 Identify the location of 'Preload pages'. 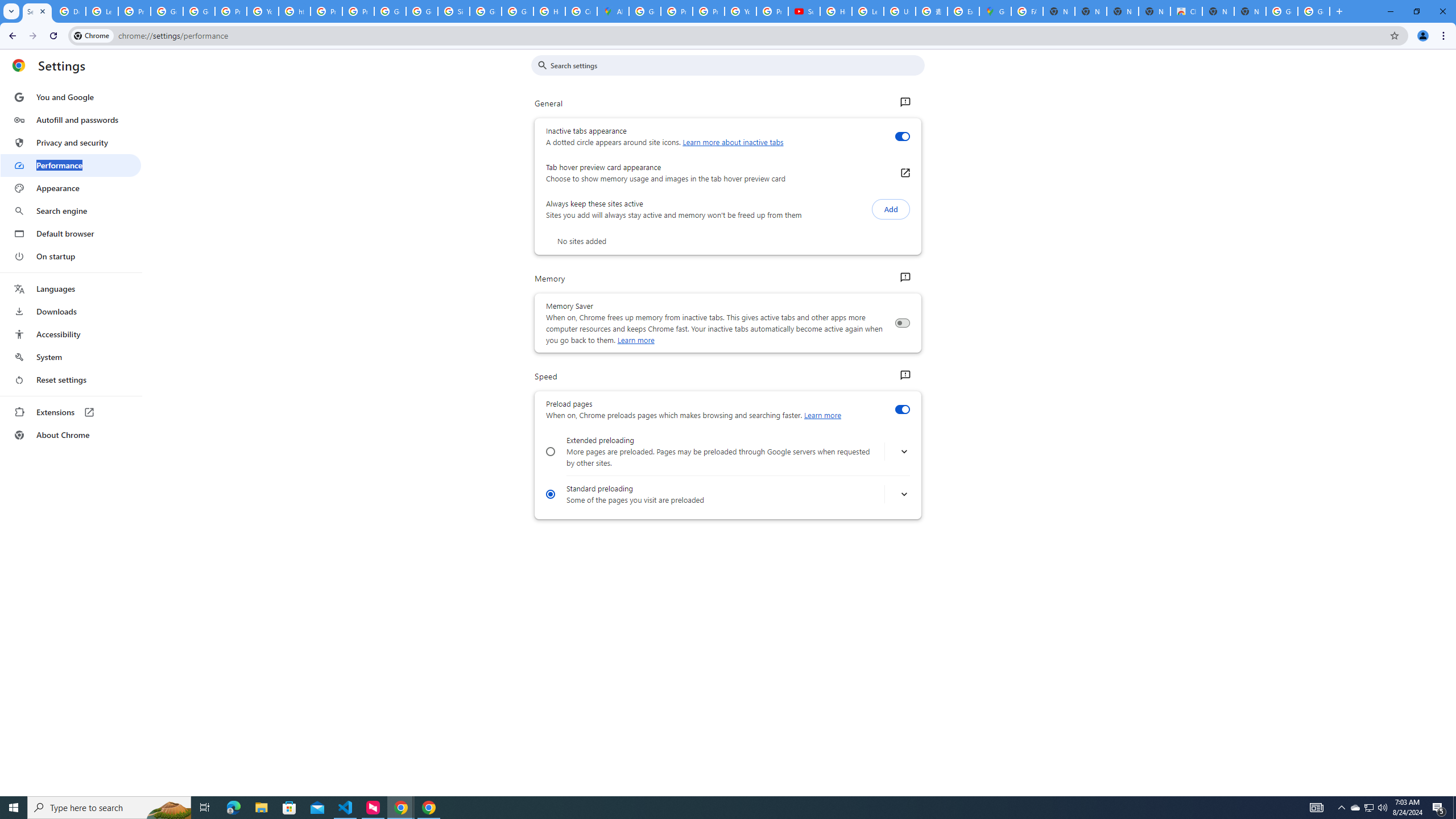
(901, 409).